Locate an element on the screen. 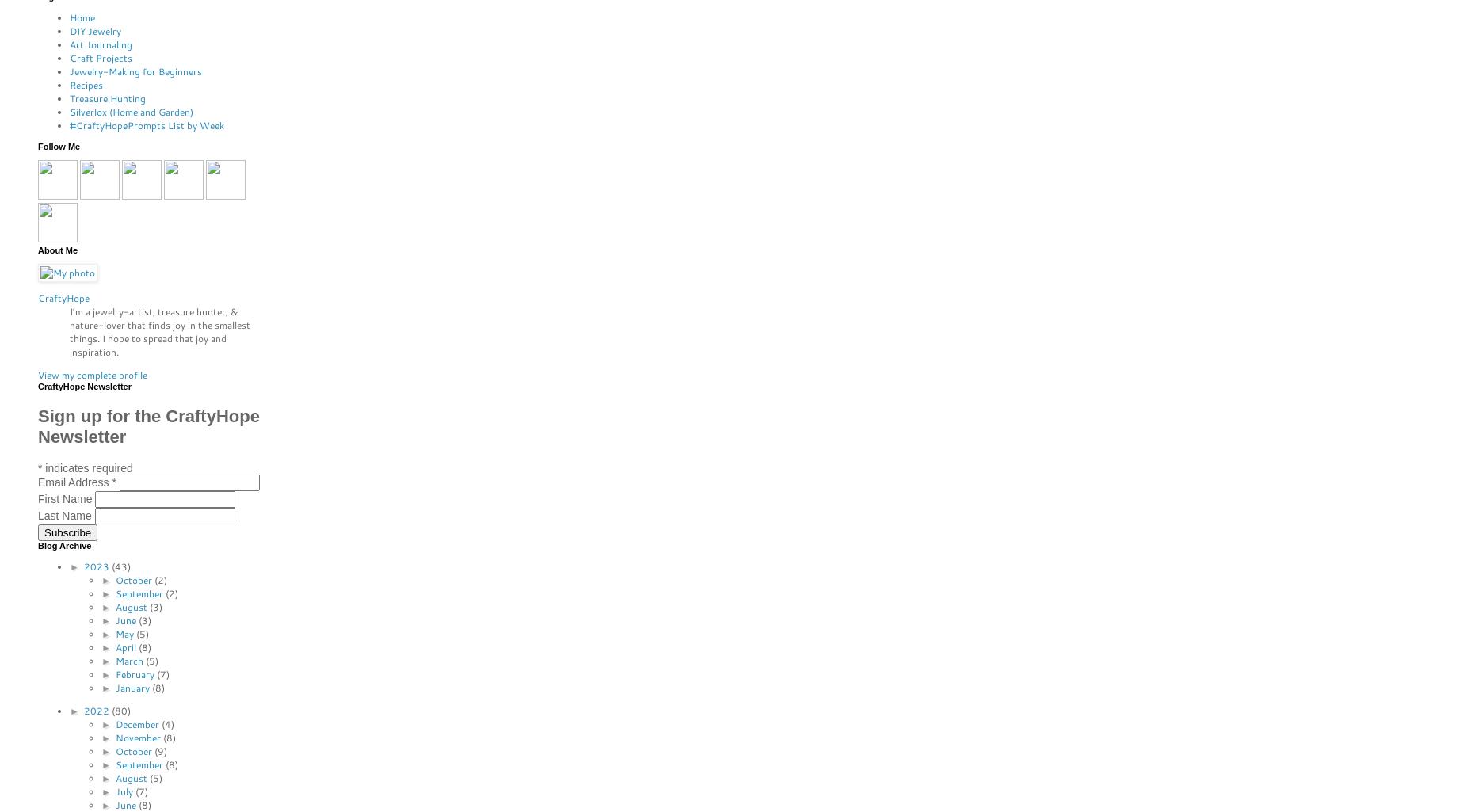 Image resolution: width=1472 pixels, height=812 pixels. 'February' is located at coordinates (135, 673).